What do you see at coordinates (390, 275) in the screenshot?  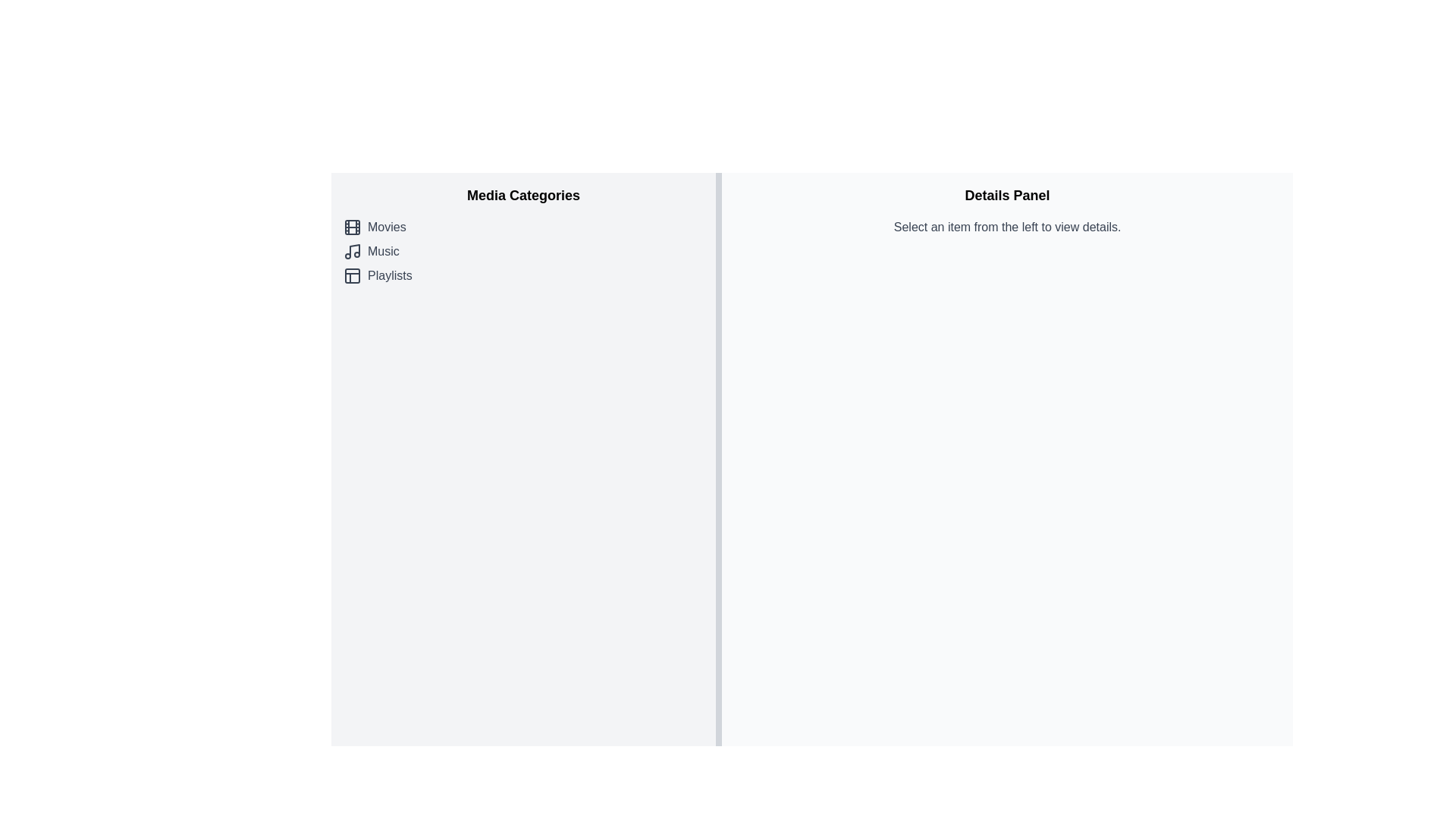 I see `text content of the 'Playlists' label, which is the last item in the vertical list under the 'Media Categories' section, positioned below 'Music'` at bounding box center [390, 275].